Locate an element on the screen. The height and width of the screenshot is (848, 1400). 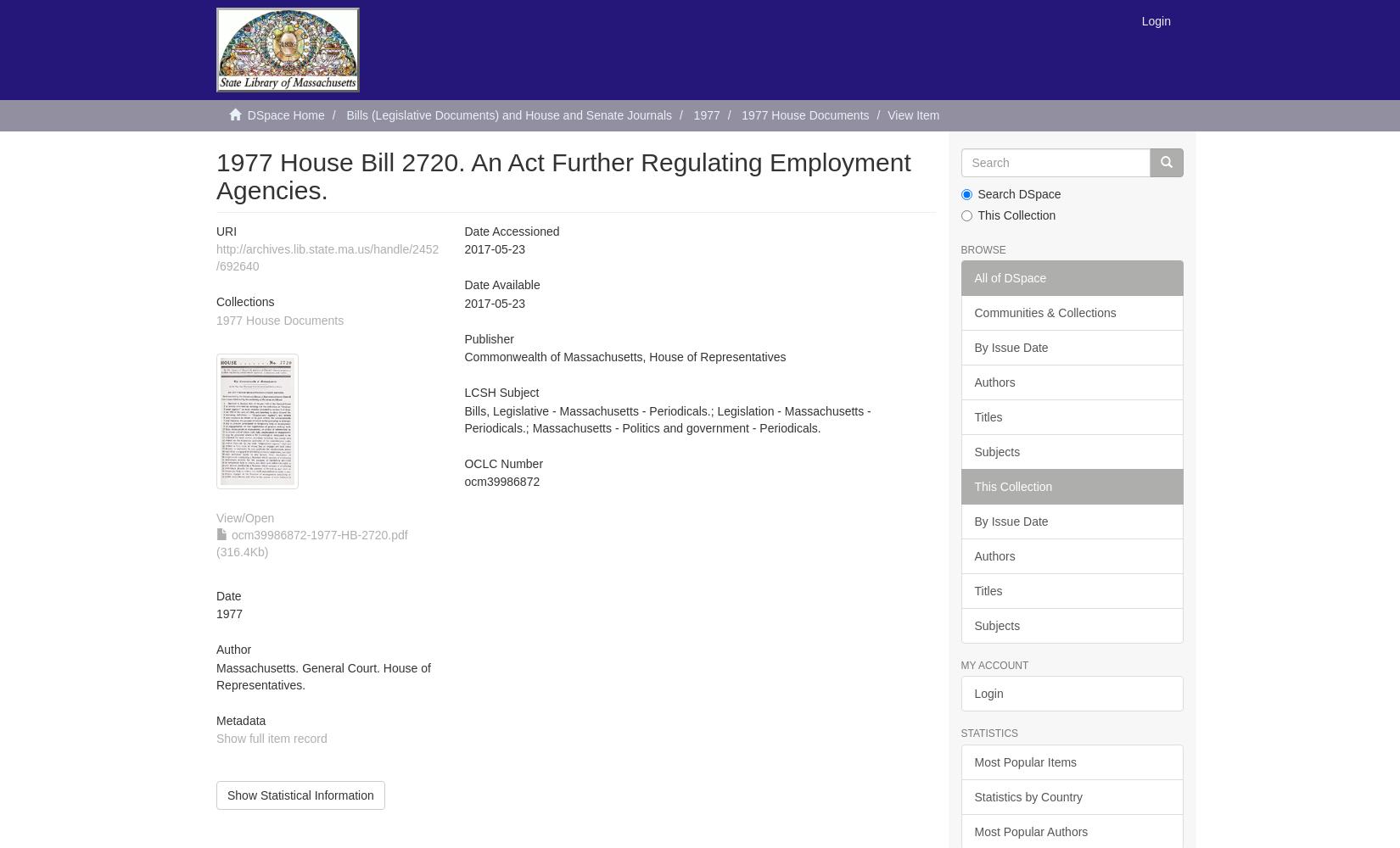
'Search DSpace' is located at coordinates (1019, 193).